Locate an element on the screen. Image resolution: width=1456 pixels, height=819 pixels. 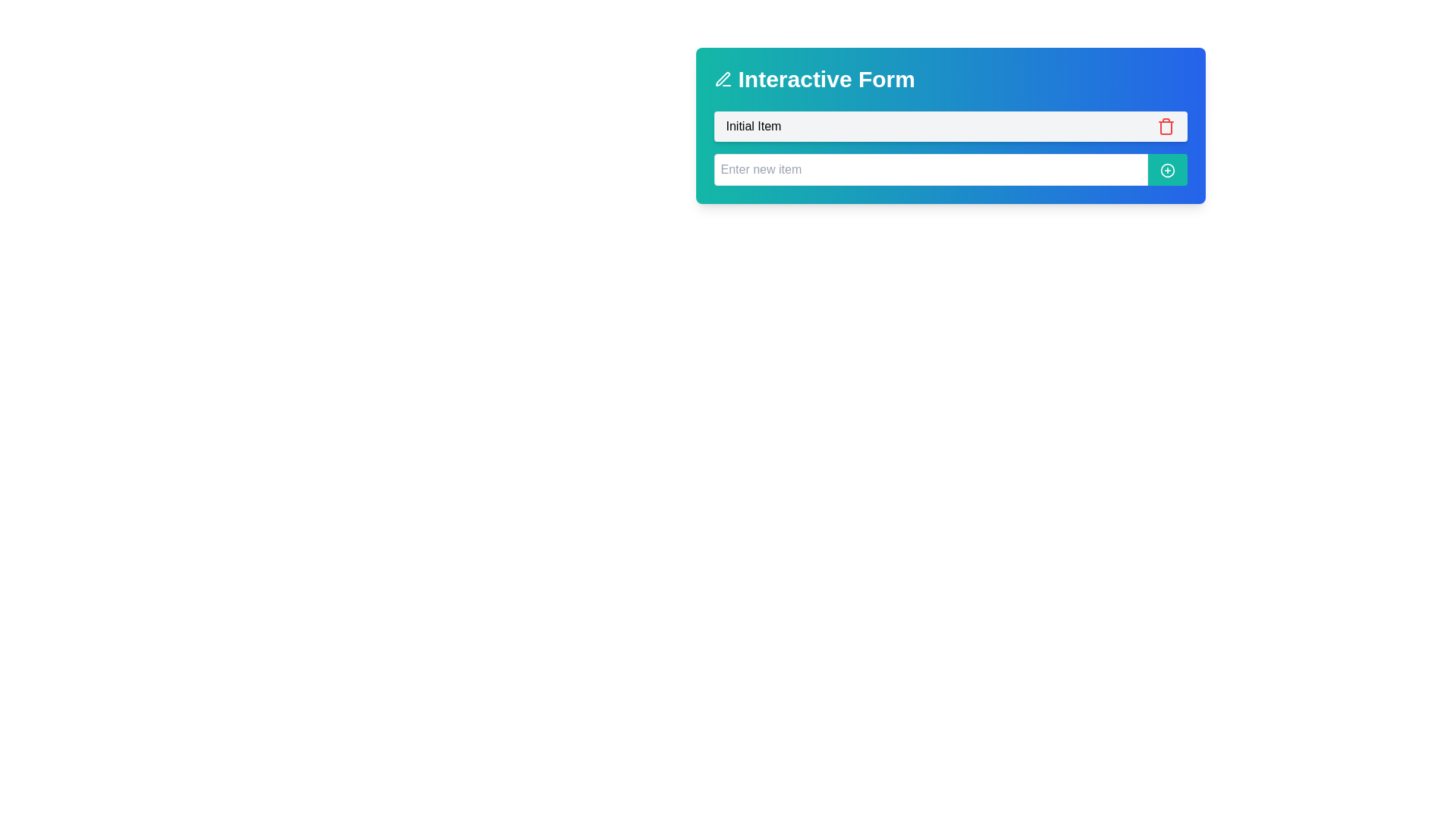
the delete icon button located on the far right of the 'Initial Item' label is located at coordinates (1165, 125).